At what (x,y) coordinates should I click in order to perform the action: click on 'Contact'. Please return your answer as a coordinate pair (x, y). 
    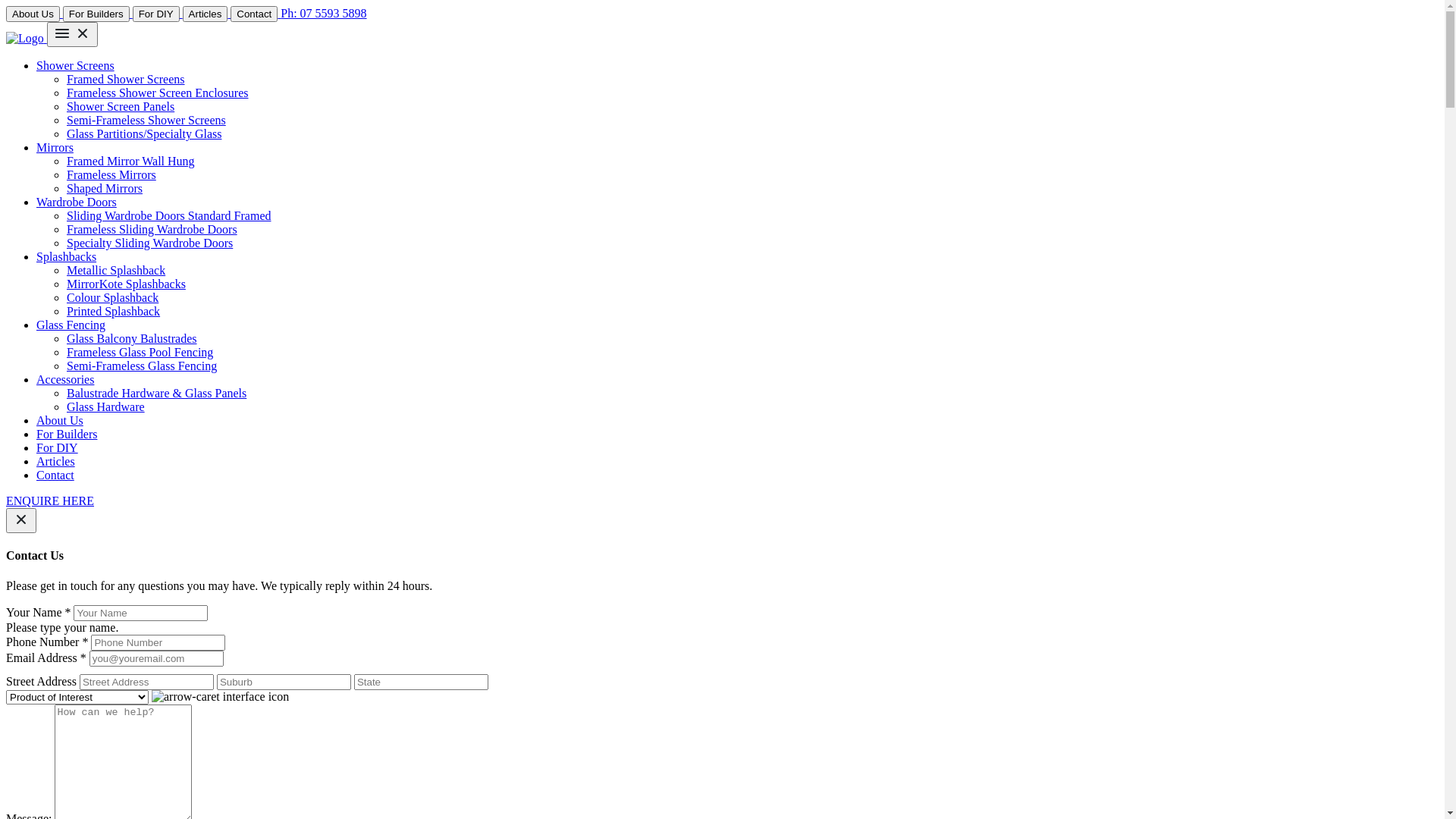
    Looking at the image, I should click on (229, 14).